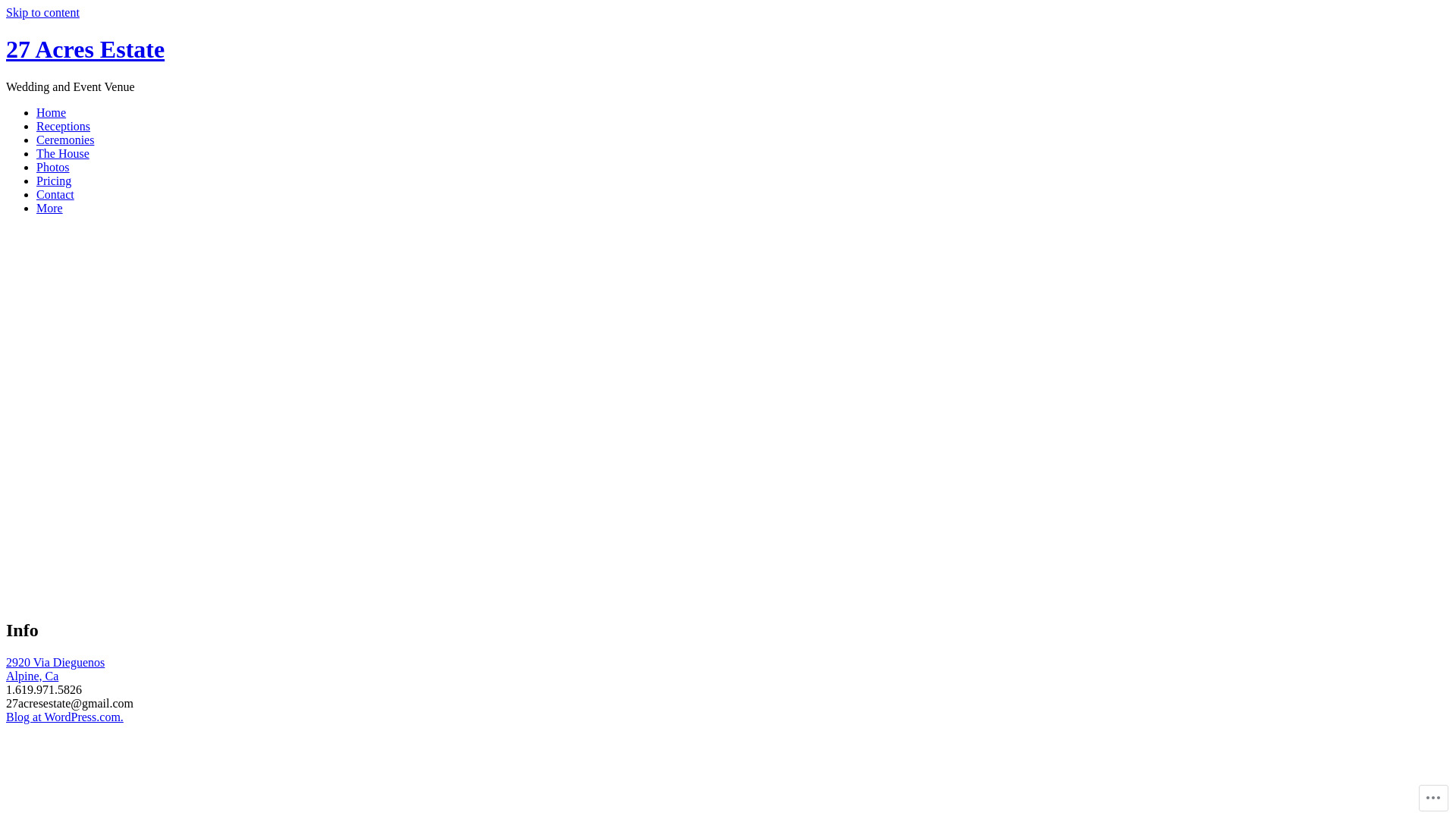 The image size is (1456, 819). What do you see at coordinates (36, 180) in the screenshot?
I see `'Pricing'` at bounding box center [36, 180].